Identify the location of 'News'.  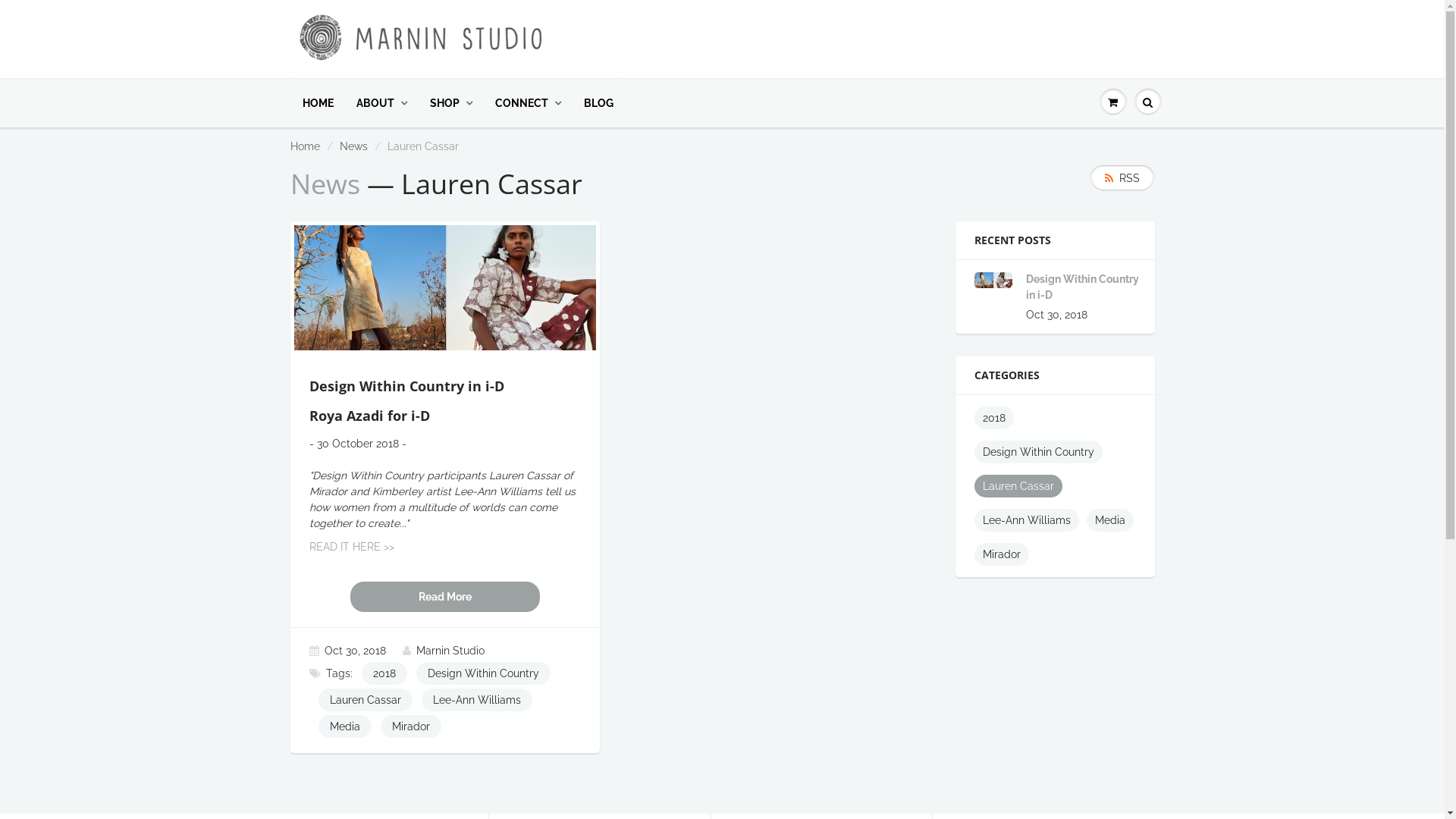
(323, 183).